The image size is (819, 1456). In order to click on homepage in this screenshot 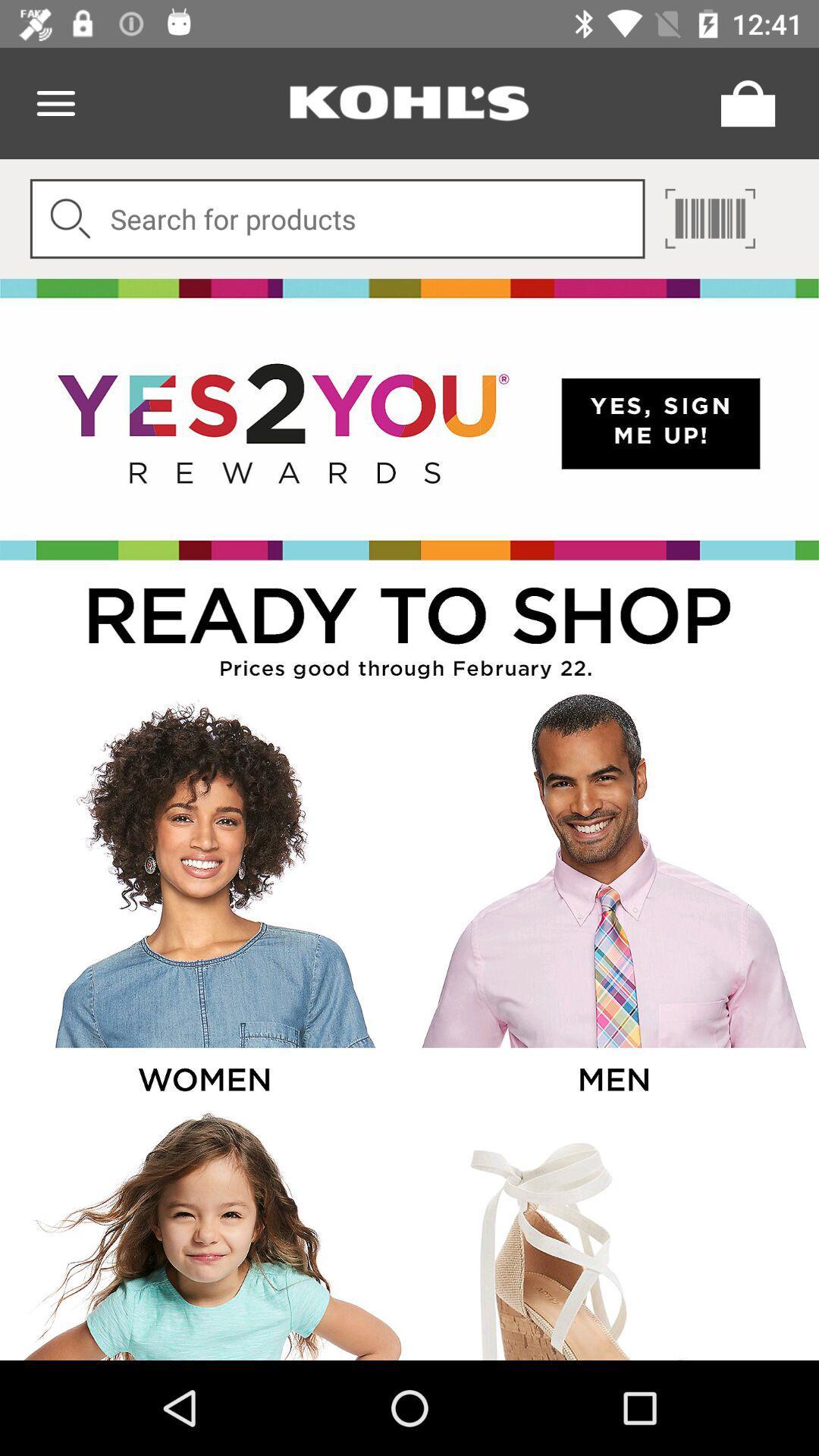, I will do `click(409, 102)`.